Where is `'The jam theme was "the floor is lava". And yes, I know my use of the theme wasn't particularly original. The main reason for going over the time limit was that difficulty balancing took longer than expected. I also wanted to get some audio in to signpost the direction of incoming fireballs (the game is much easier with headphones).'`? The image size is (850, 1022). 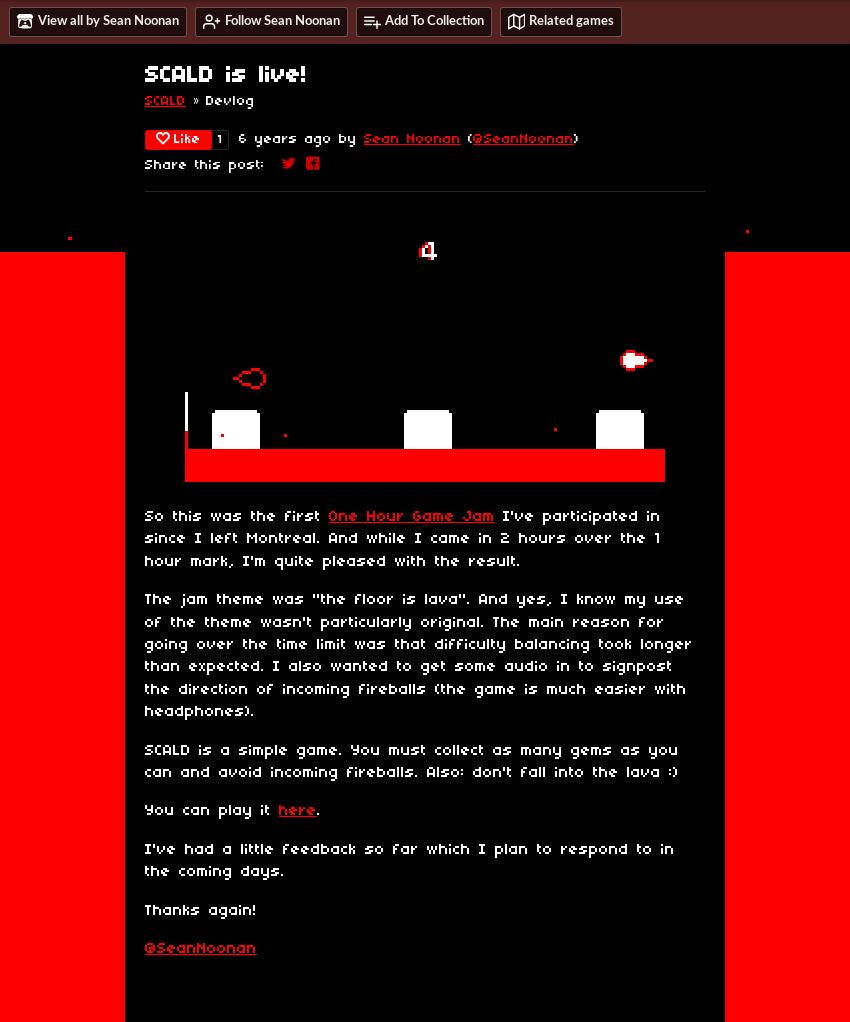
'The jam theme was "the floor is lava". And yes, I know my use of the theme wasn't particularly original. The main reason for going over the time limit was that difficulty balancing took longer than expected. I also wanted to get some audio in to signpost the direction of incoming fireballs (the game is much easier with headphones).' is located at coordinates (418, 656).